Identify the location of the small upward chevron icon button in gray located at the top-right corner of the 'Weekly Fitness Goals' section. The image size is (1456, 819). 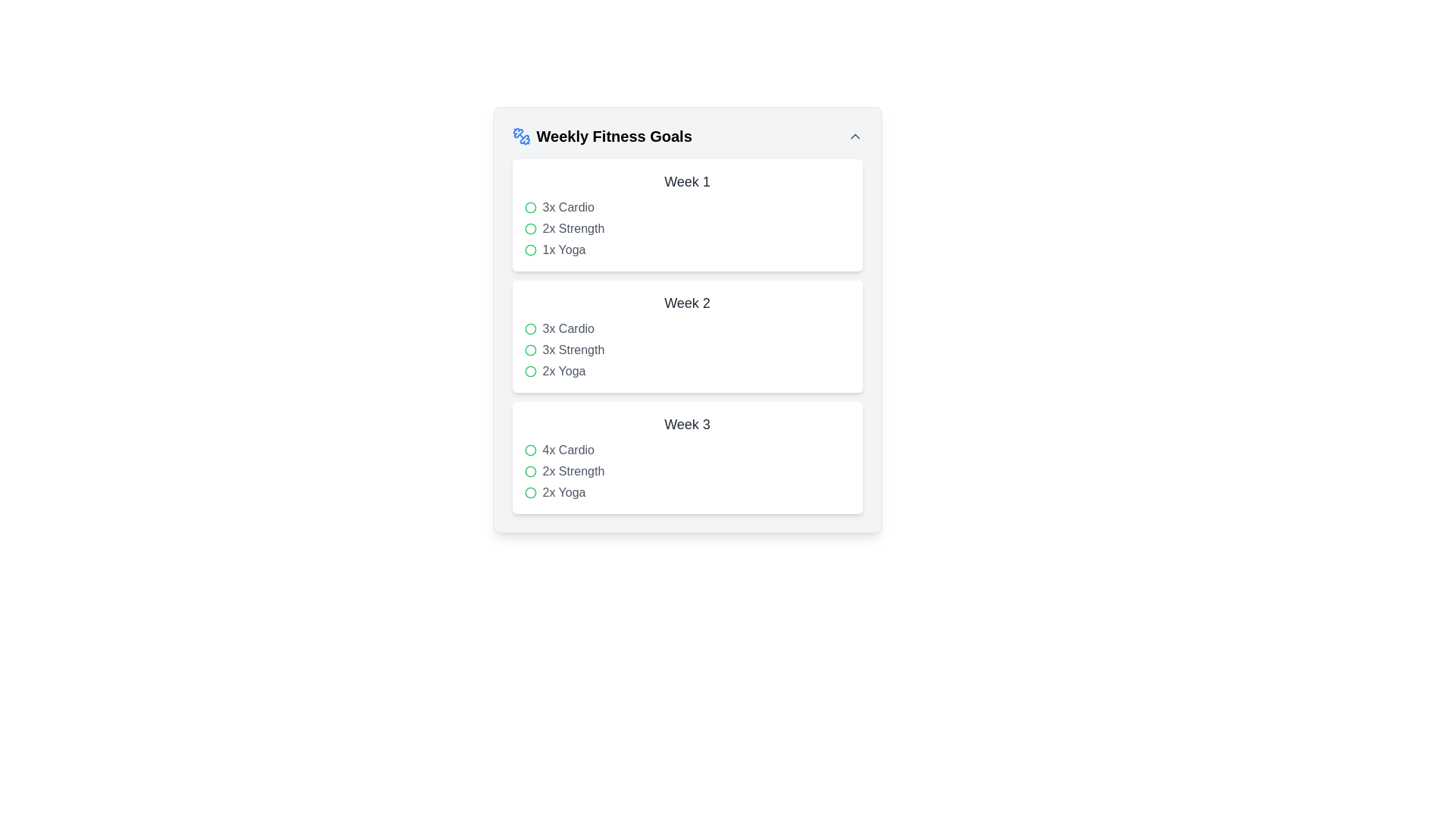
(855, 136).